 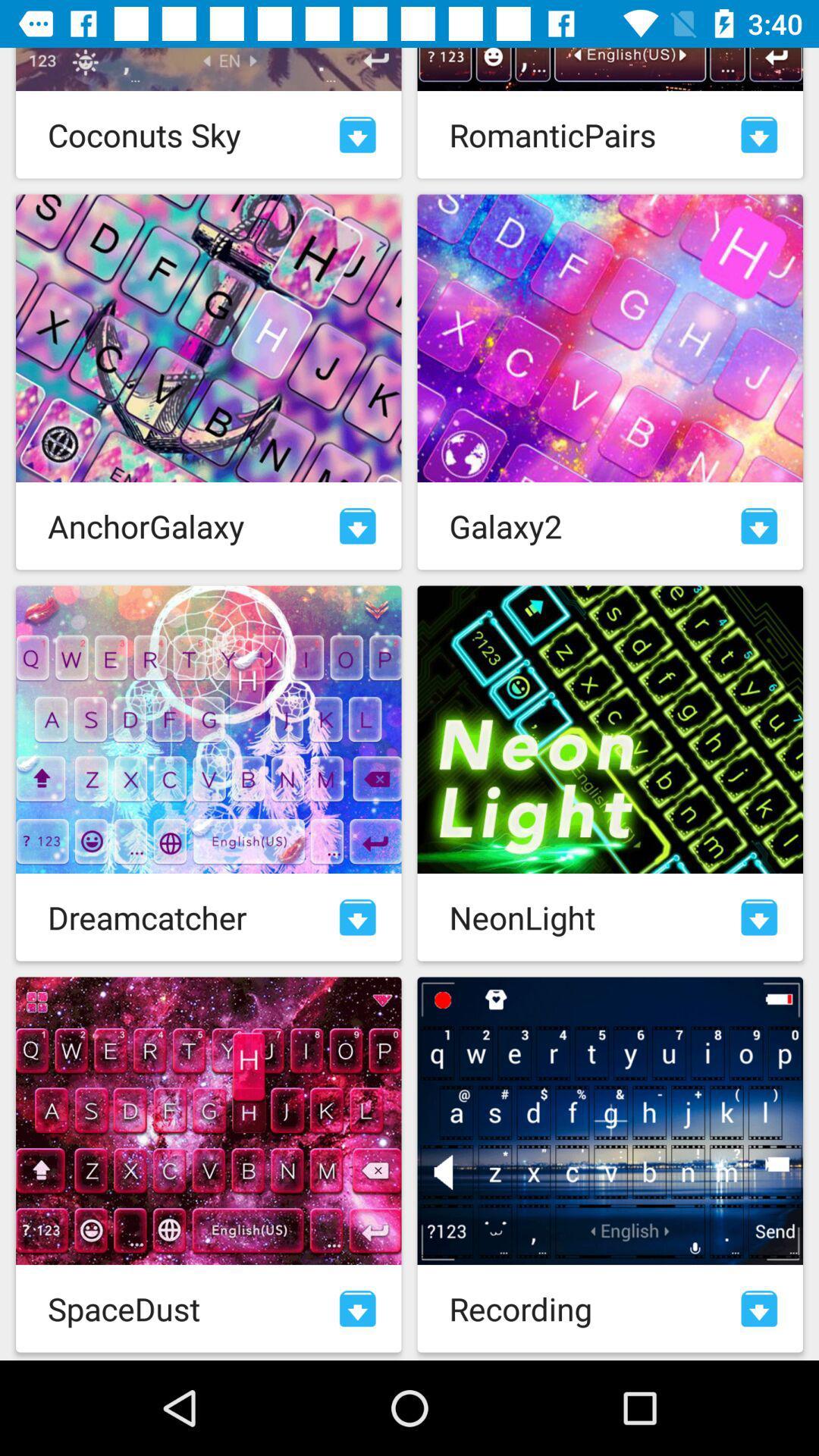 What do you see at coordinates (759, 916) in the screenshot?
I see `download pack` at bounding box center [759, 916].